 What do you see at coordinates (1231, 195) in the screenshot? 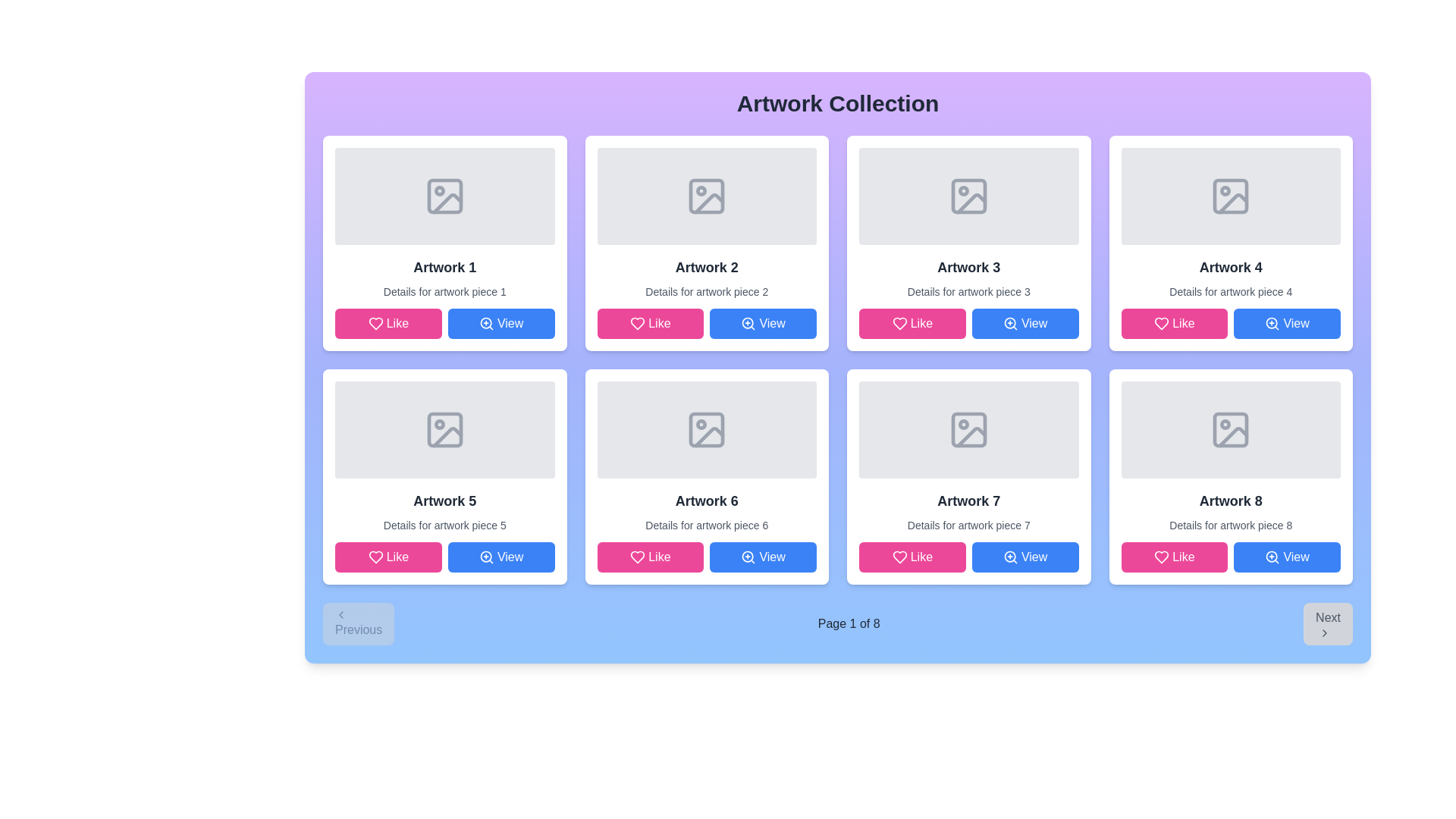
I see `the decorative rectangle located in the upper-left section of the 'Artwork 4' card's image placeholder icon` at bounding box center [1231, 195].